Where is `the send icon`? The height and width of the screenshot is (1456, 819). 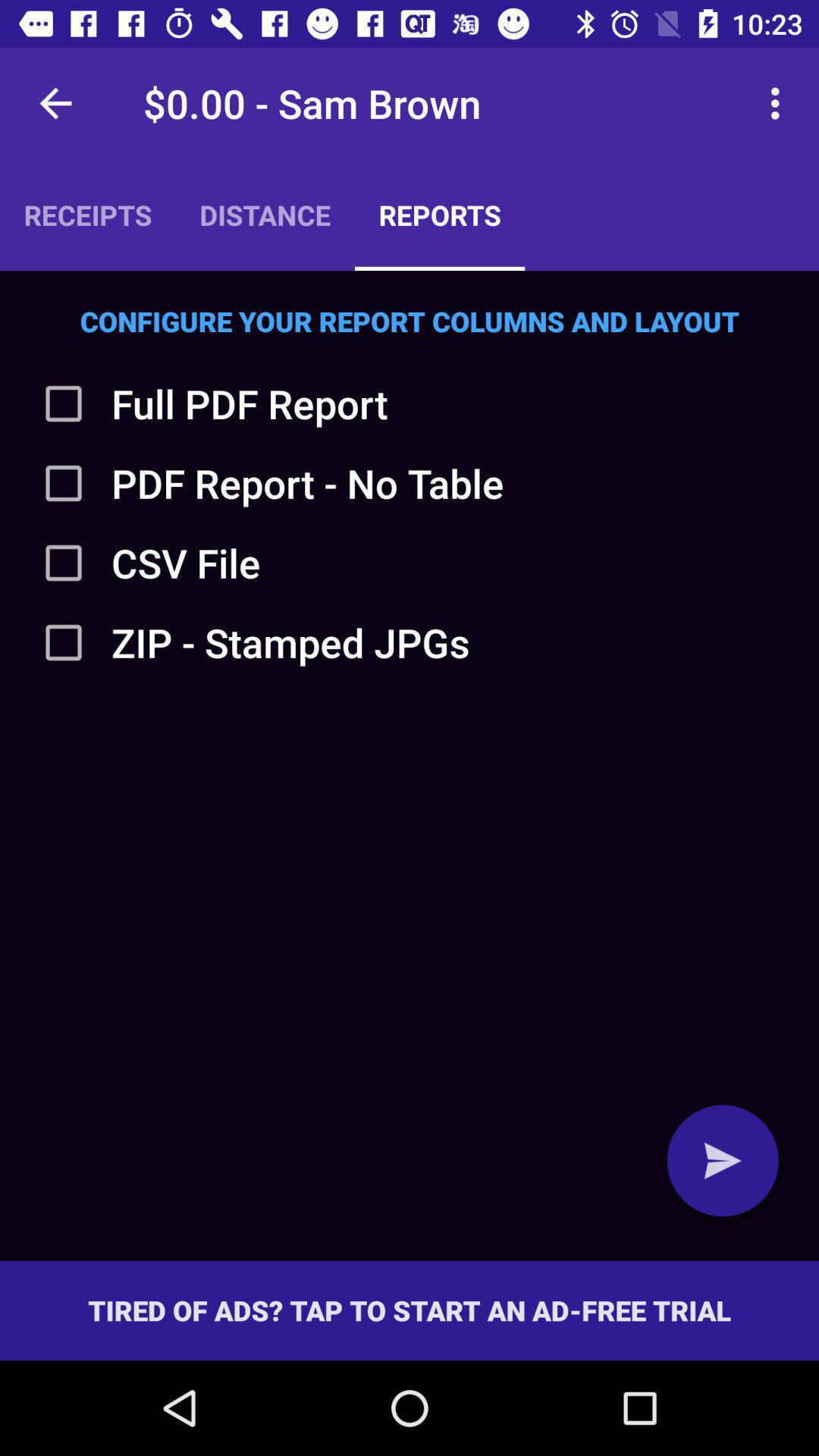 the send icon is located at coordinates (722, 1159).